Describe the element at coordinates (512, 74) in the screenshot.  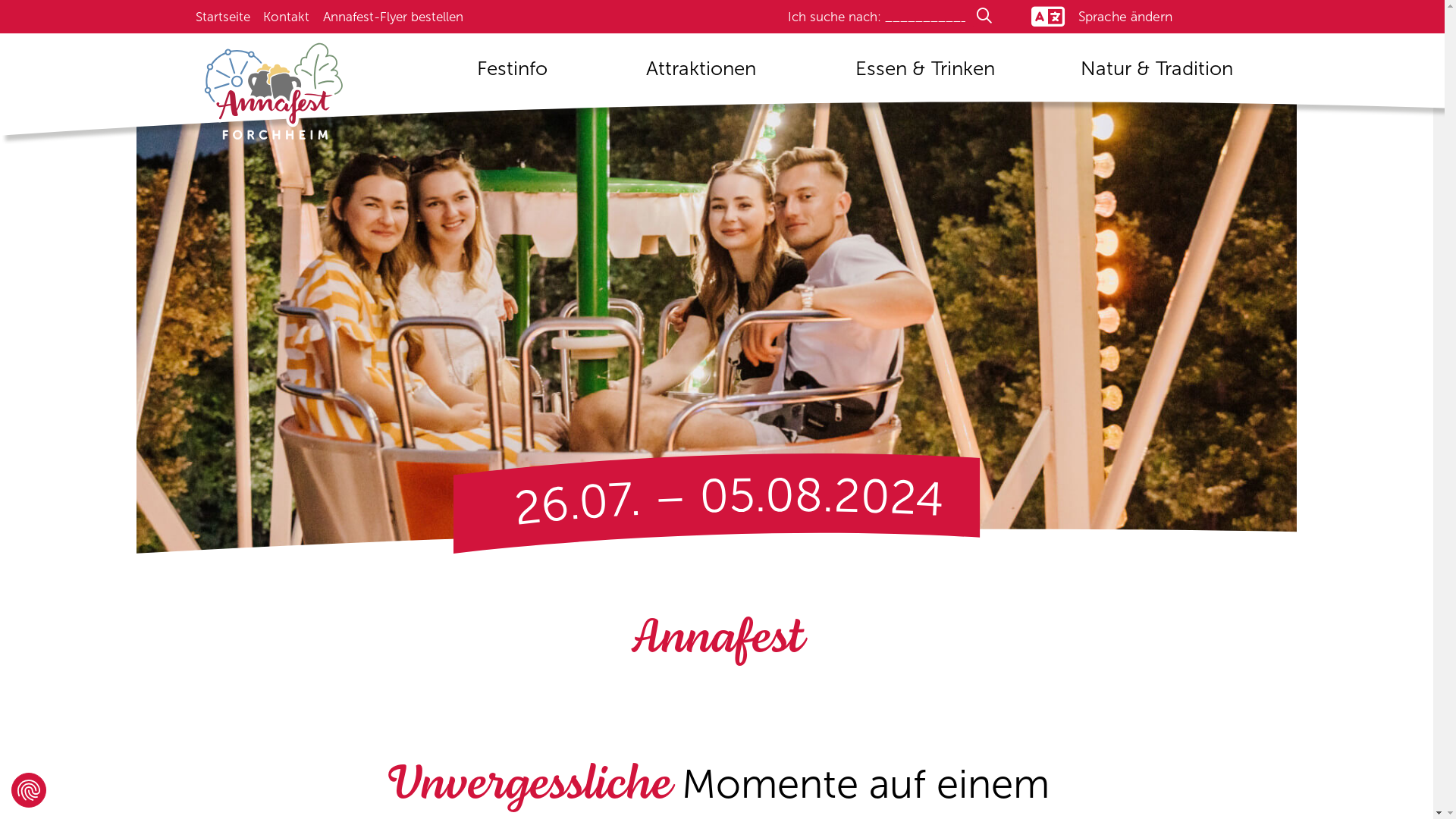
I see `'Festinfo'` at that location.